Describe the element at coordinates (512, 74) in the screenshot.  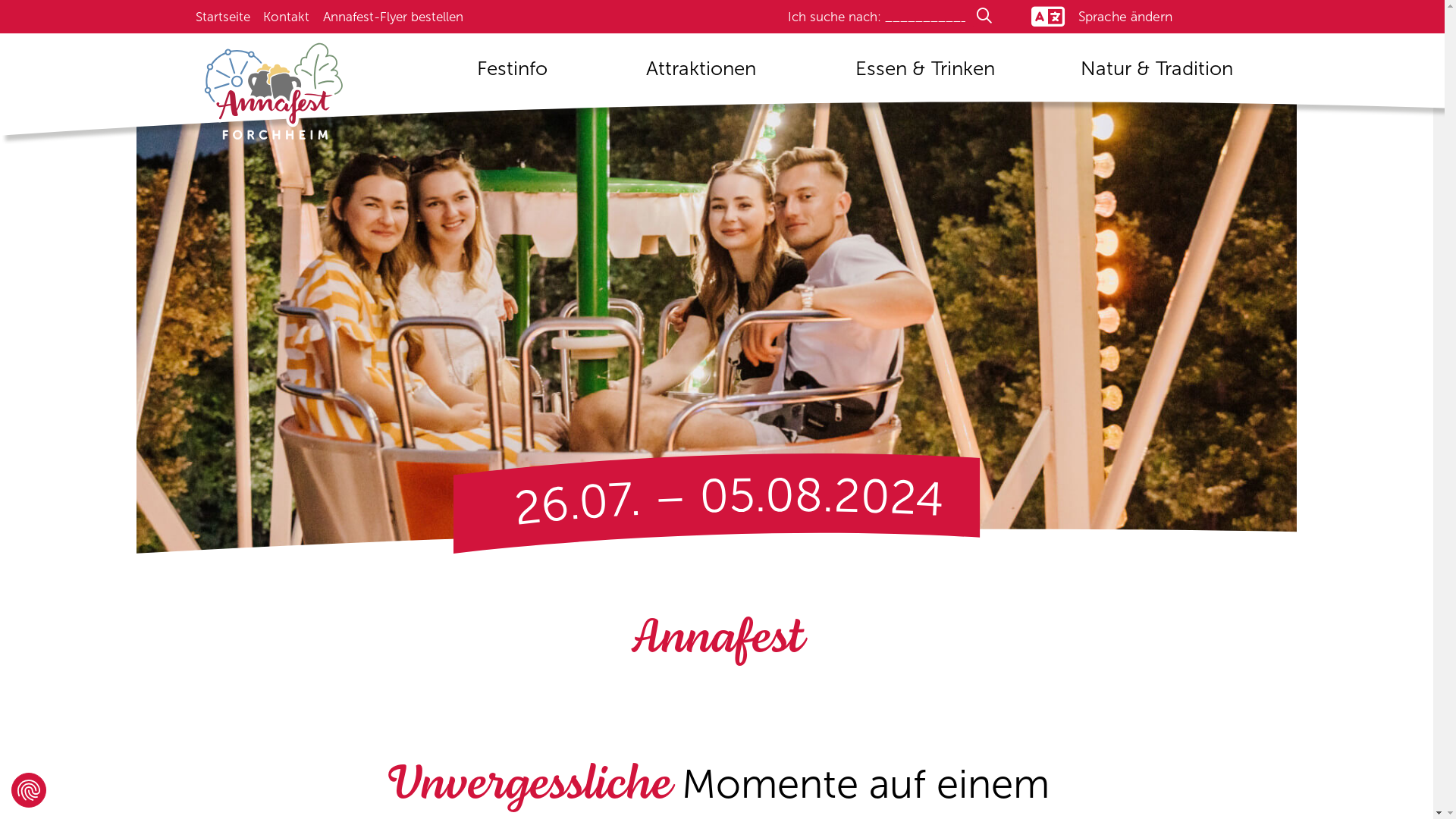
I see `'Festinfo'` at that location.